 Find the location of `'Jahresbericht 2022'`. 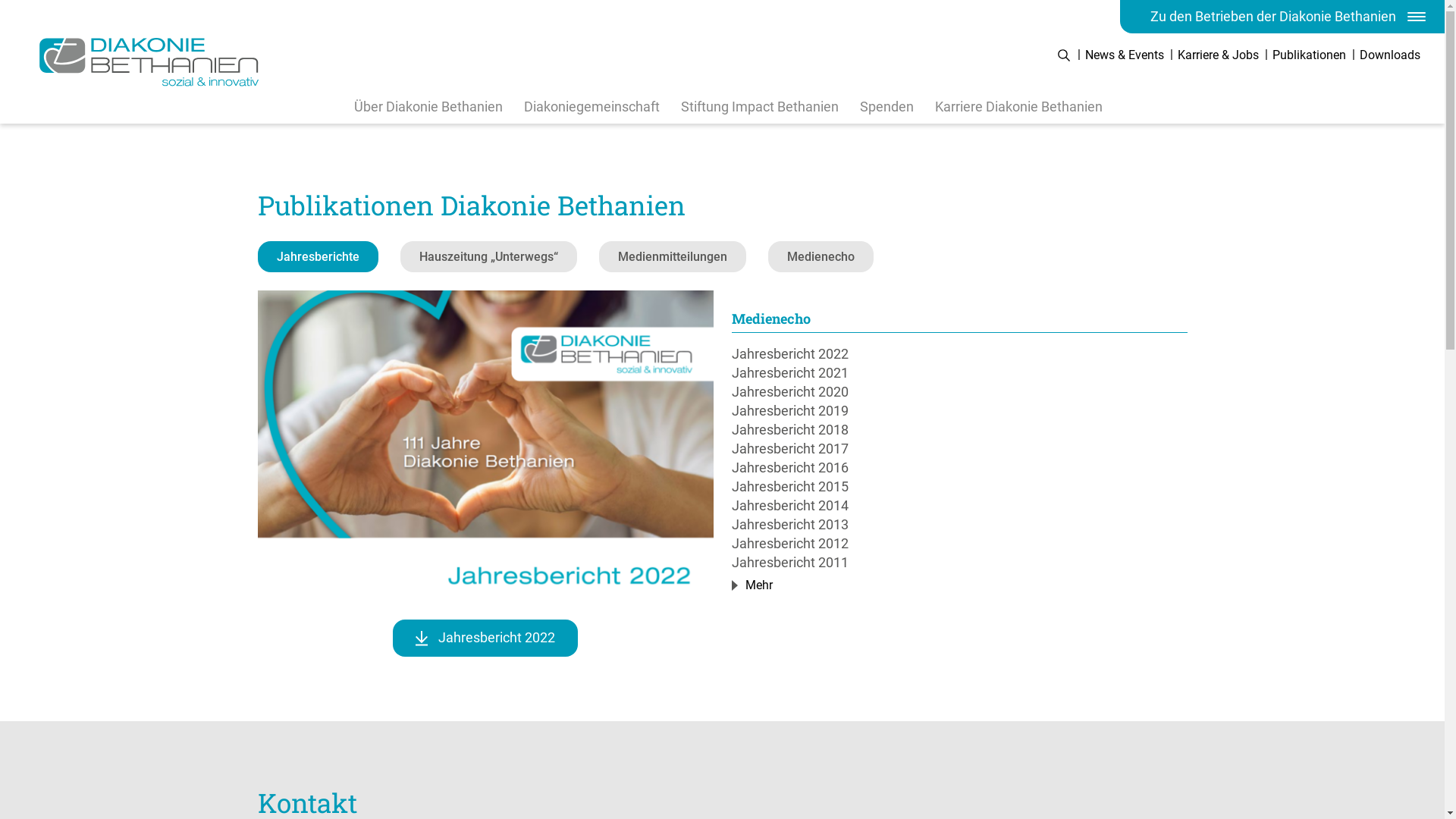

'Jahresbericht 2022' is located at coordinates (958, 353).